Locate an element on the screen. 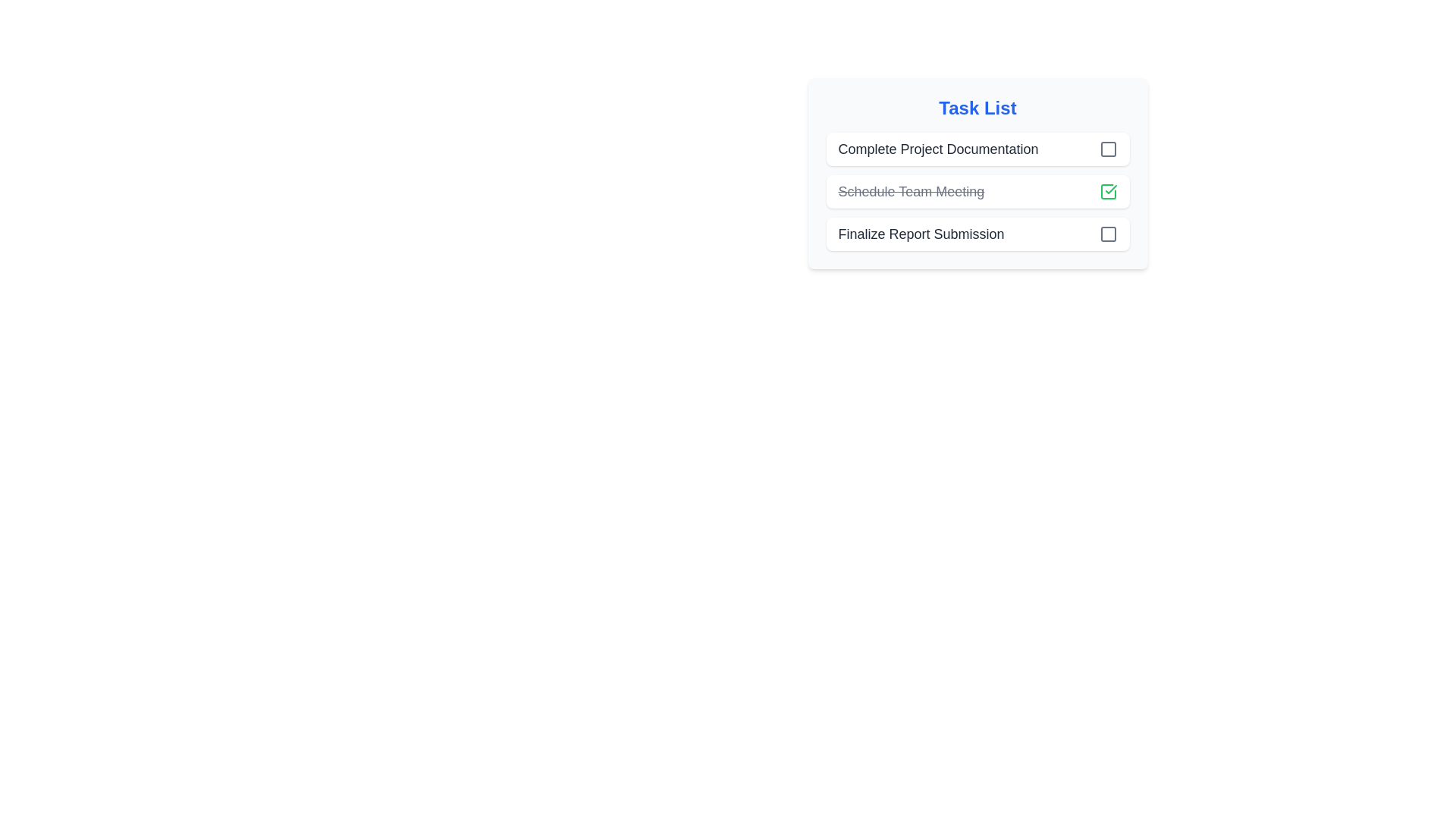 This screenshot has height=819, width=1456. the decorative or status-indicating icon component located to the right of the task titled 'Complete Project Documentation' in the vertical task list is located at coordinates (1108, 149).